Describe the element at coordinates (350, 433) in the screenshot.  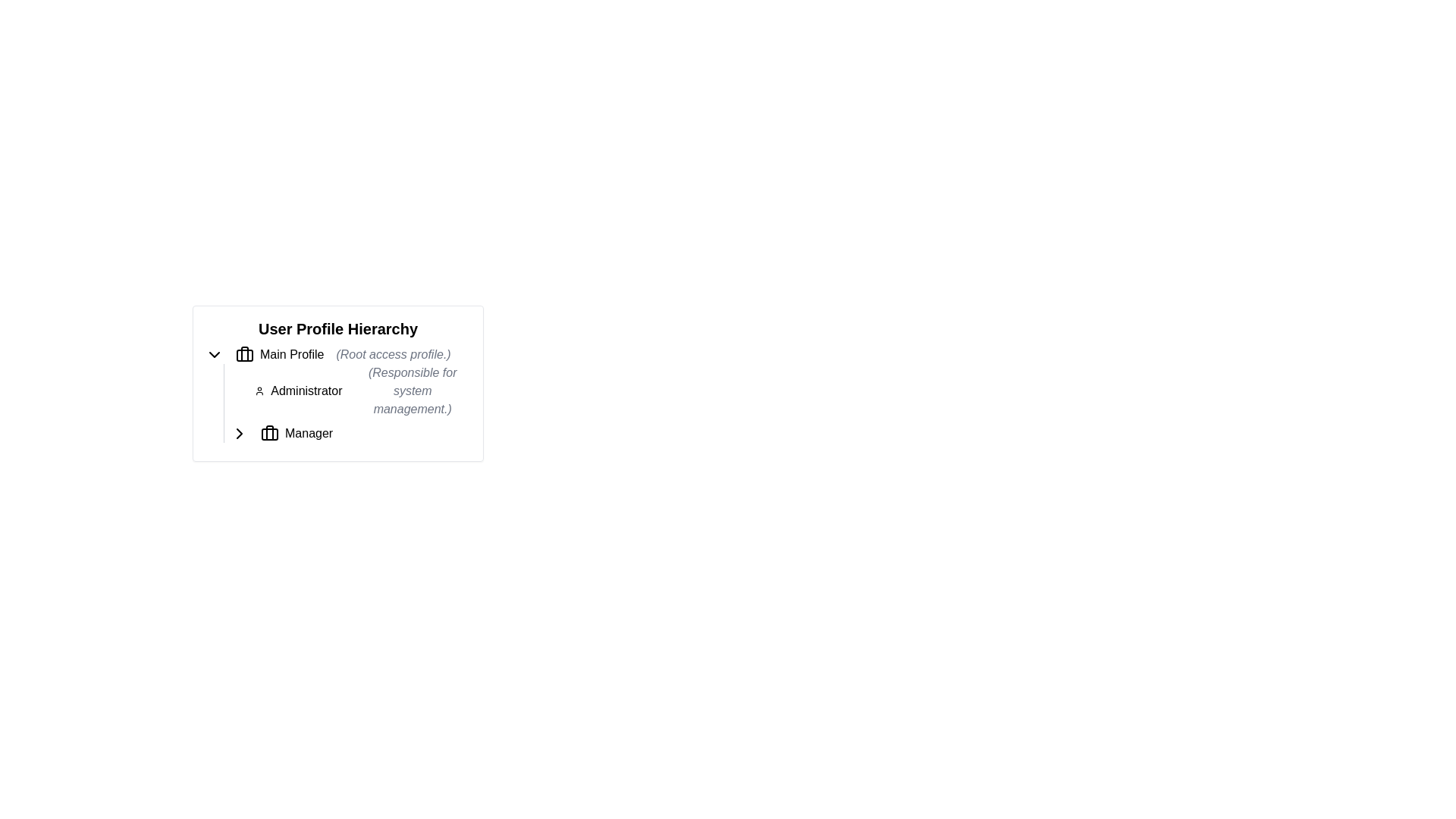
I see `the expandable list item labeled 'Manager' to show navigation options` at that location.